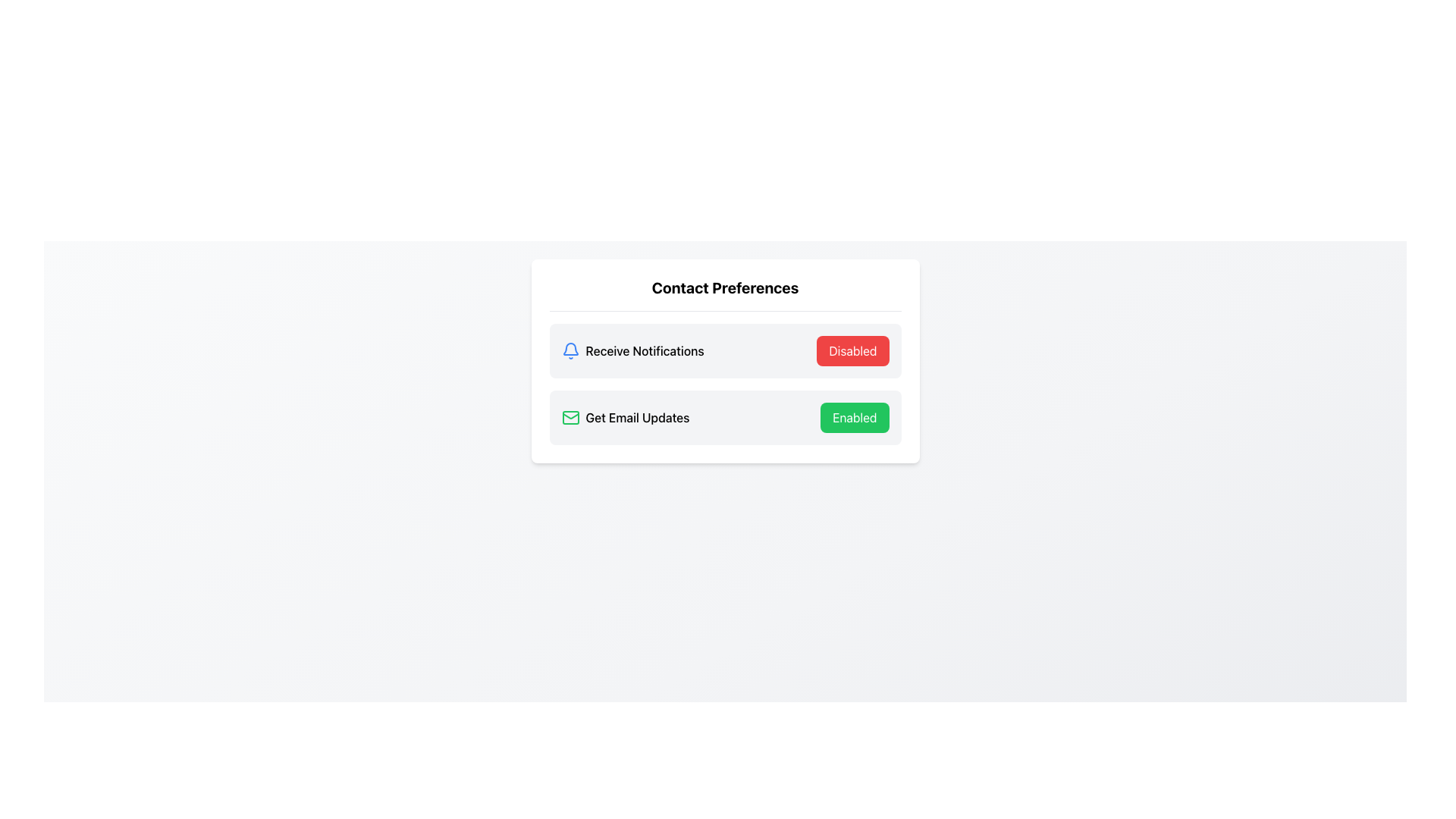  I want to click on the green button with rounded corners labeled 'Enabled', so click(855, 418).